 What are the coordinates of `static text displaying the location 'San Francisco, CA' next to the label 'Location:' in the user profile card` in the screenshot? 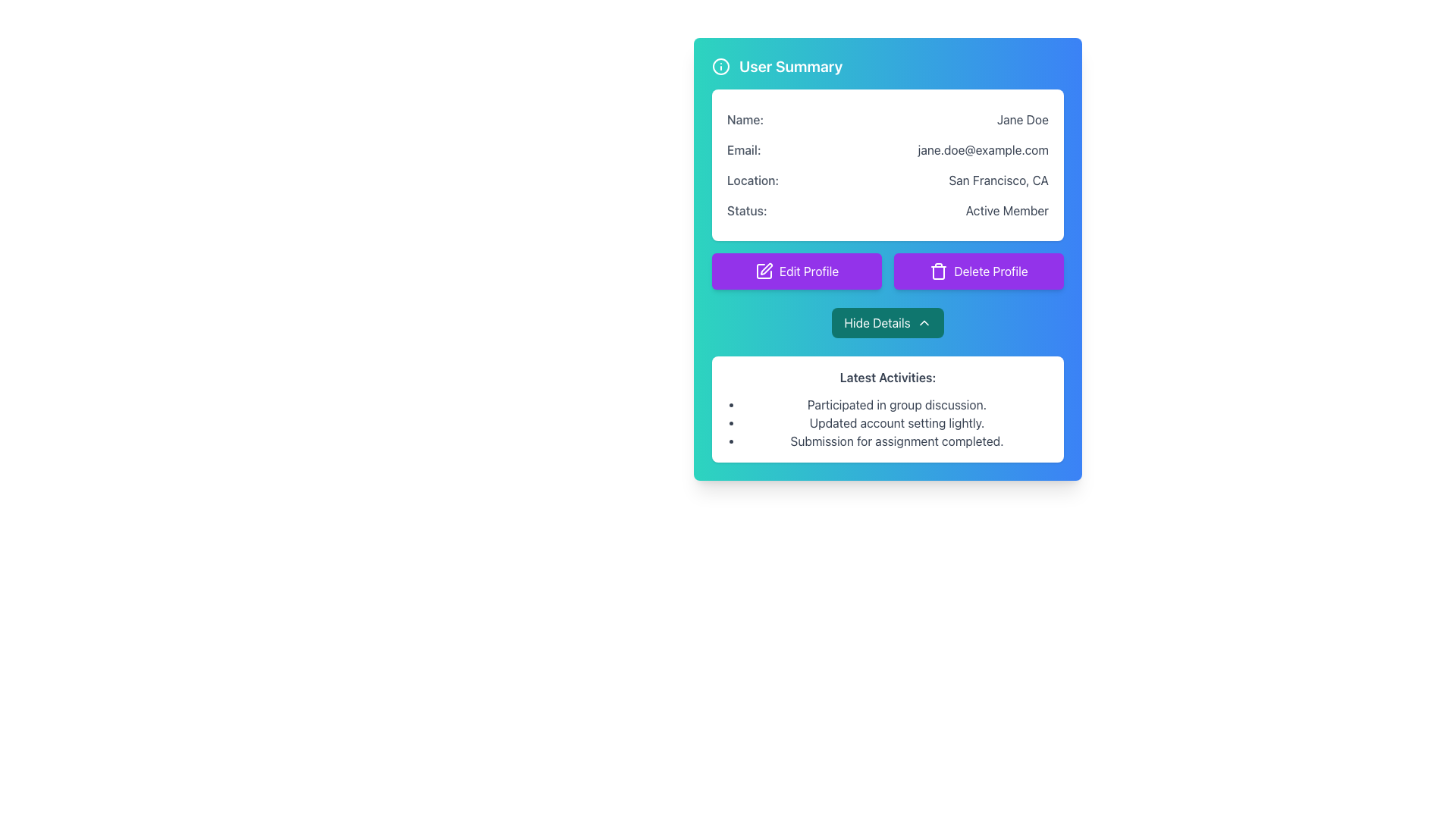 It's located at (999, 180).